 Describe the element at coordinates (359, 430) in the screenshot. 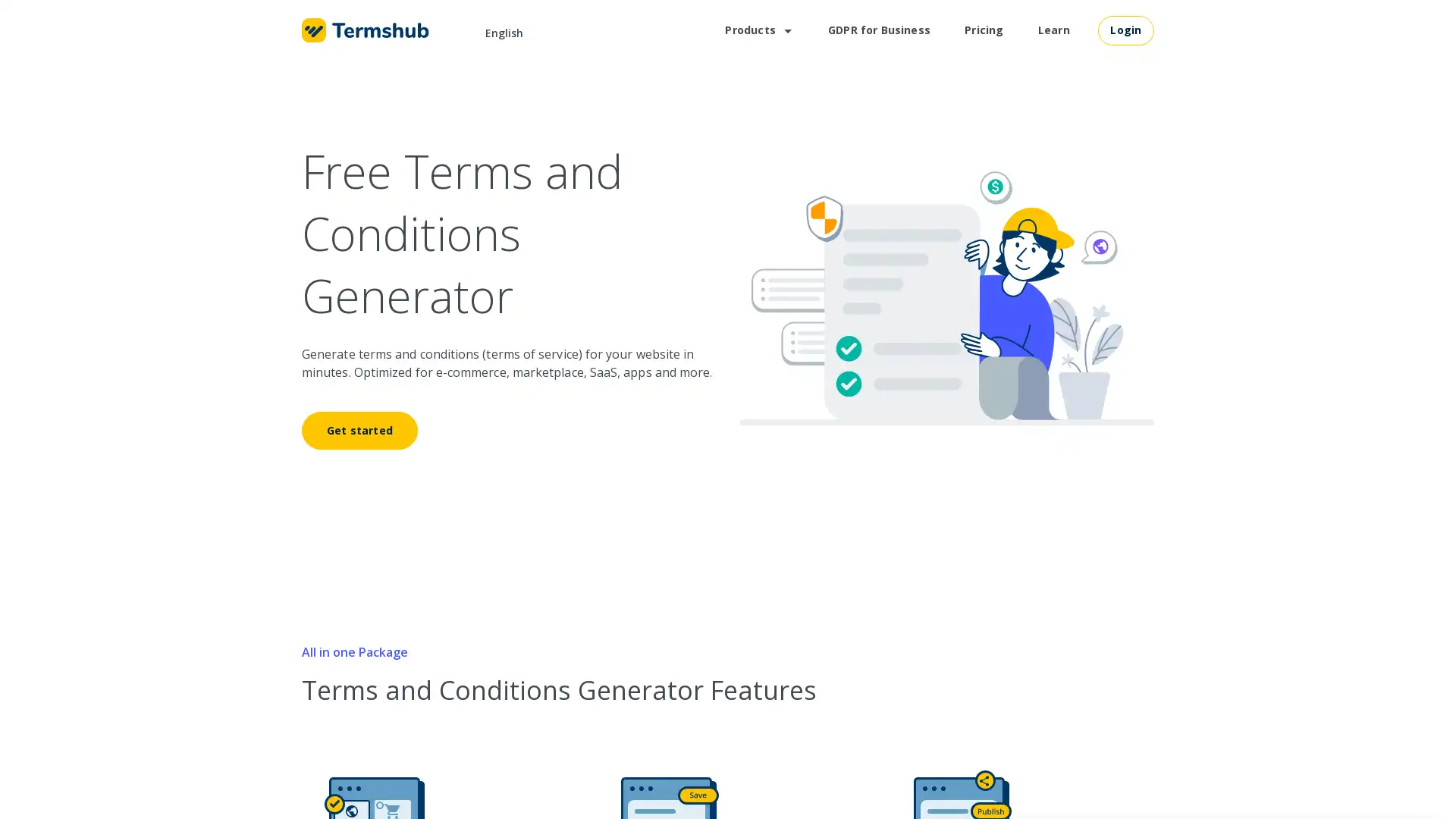

I see `Get started` at that location.